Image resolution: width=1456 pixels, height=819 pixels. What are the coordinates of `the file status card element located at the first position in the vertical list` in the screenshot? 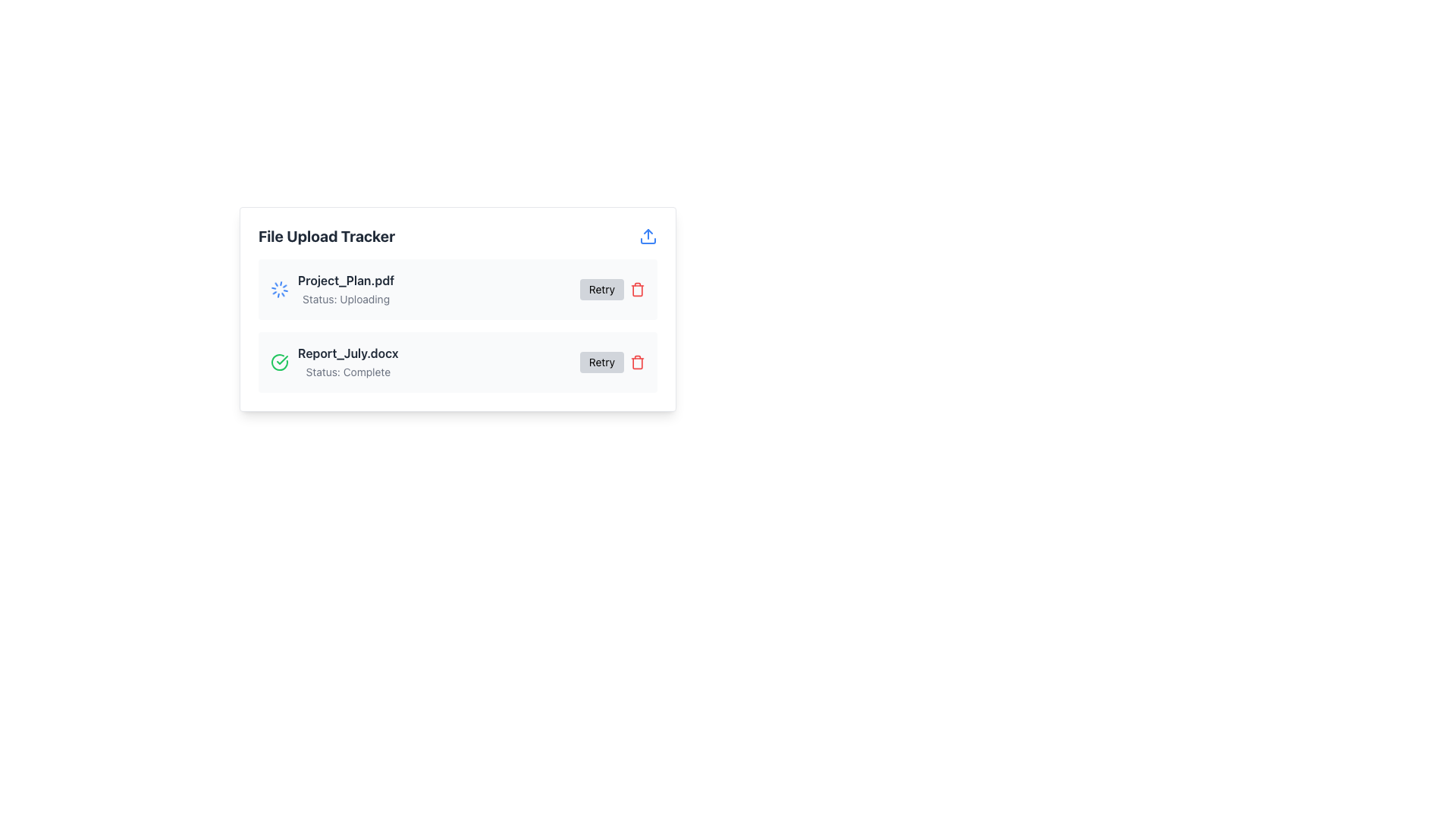 It's located at (457, 289).